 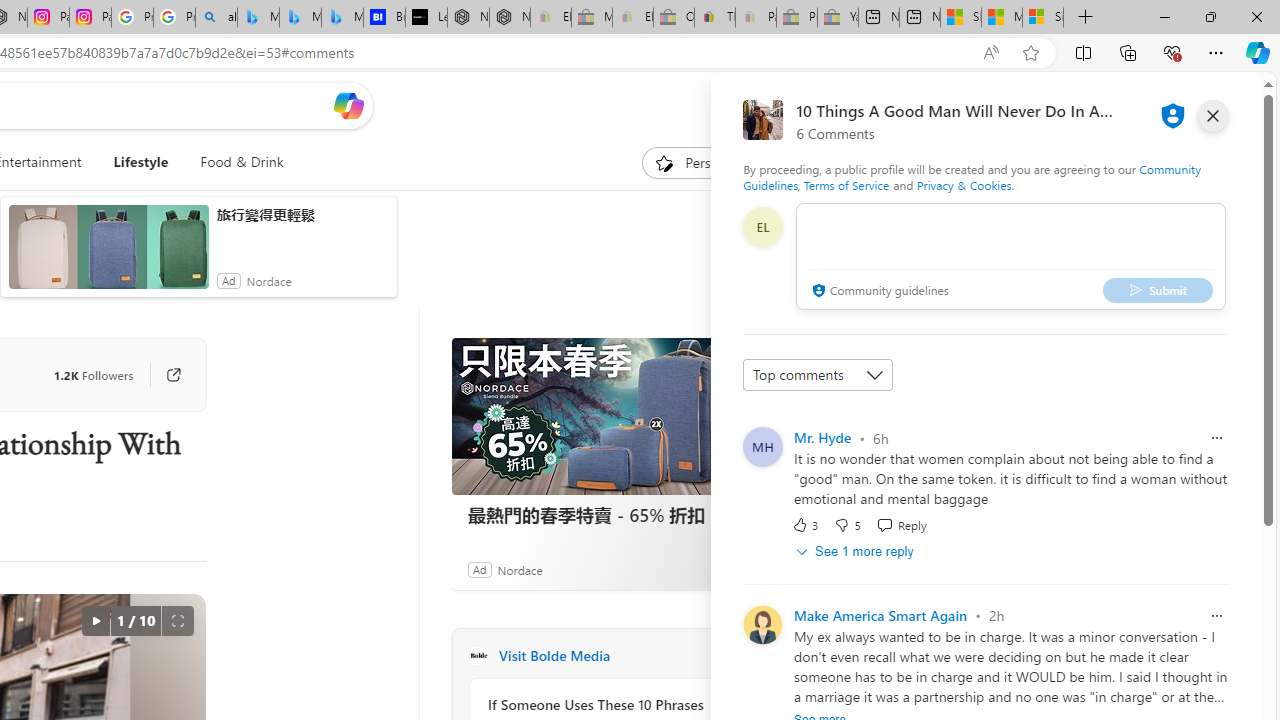 What do you see at coordinates (880, 614) in the screenshot?
I see `'Make America Smart Again'` at bounding box center [880, 614].